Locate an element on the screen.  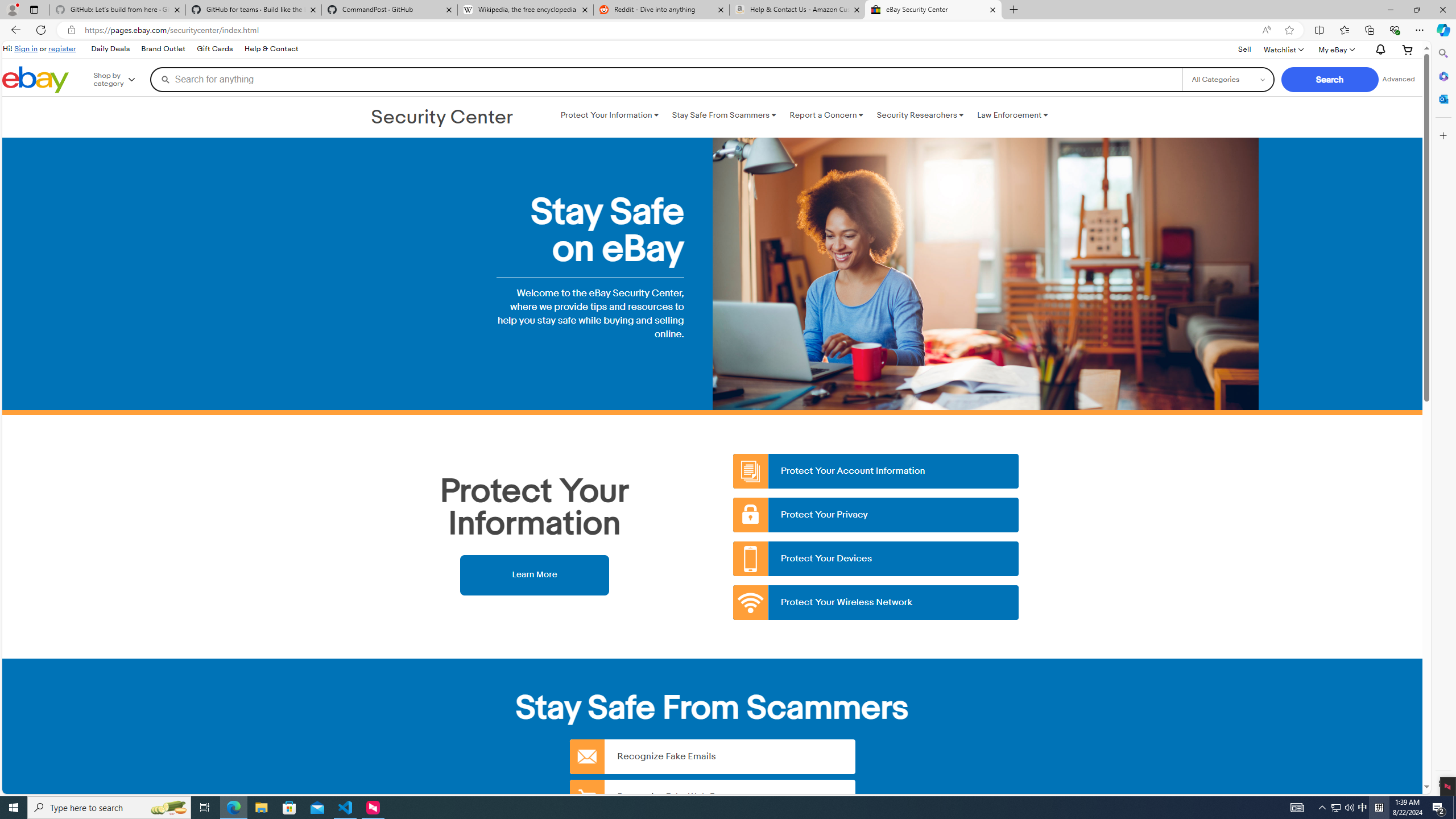
'Security Researchers ' is located at coordinates (920, 115).